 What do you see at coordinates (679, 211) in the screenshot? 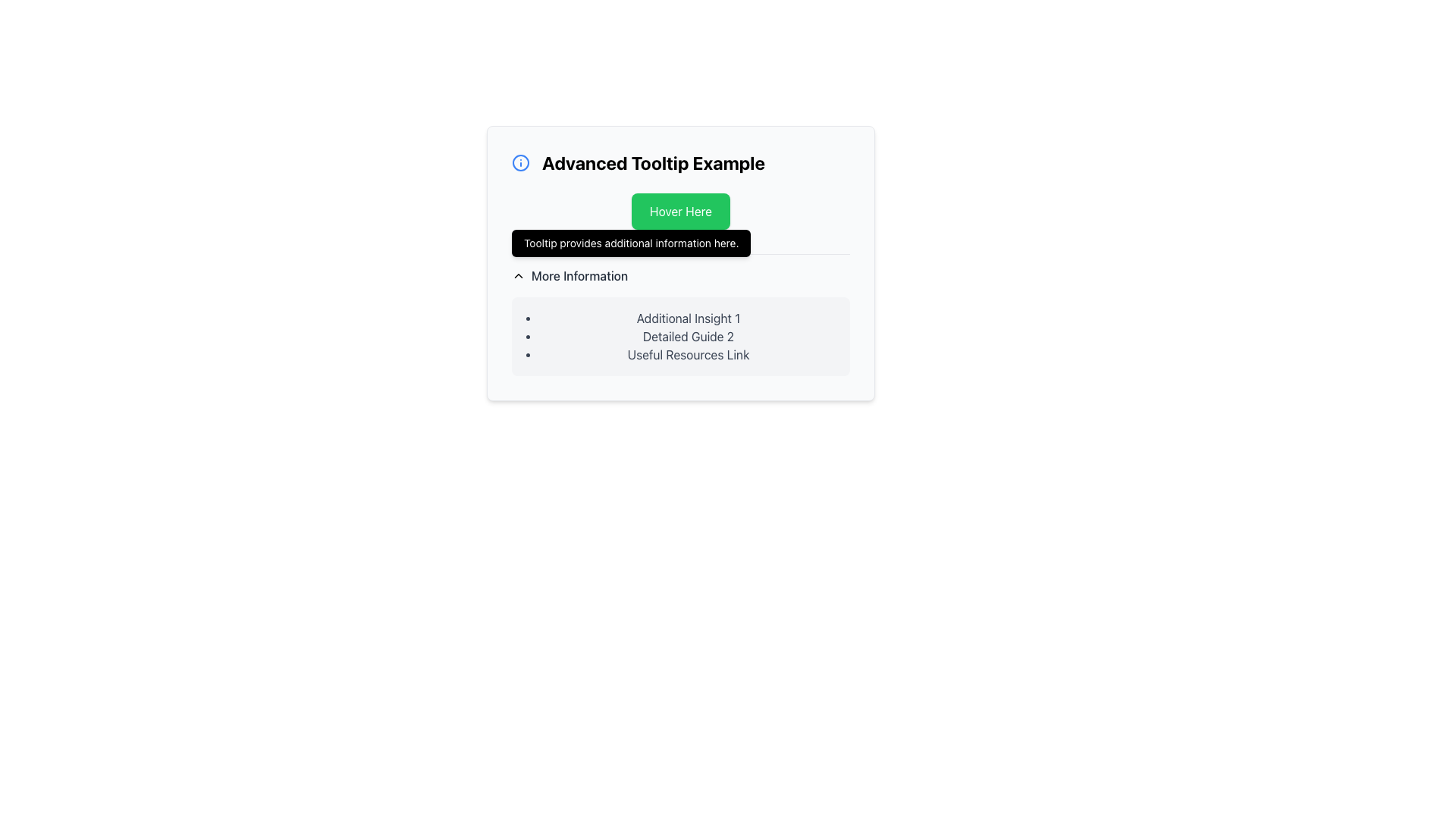
I see `the green button labeled 'Hover Here', which is located below the heading 'Advanced Tooltip Example'` at bounding box center [679, 211].